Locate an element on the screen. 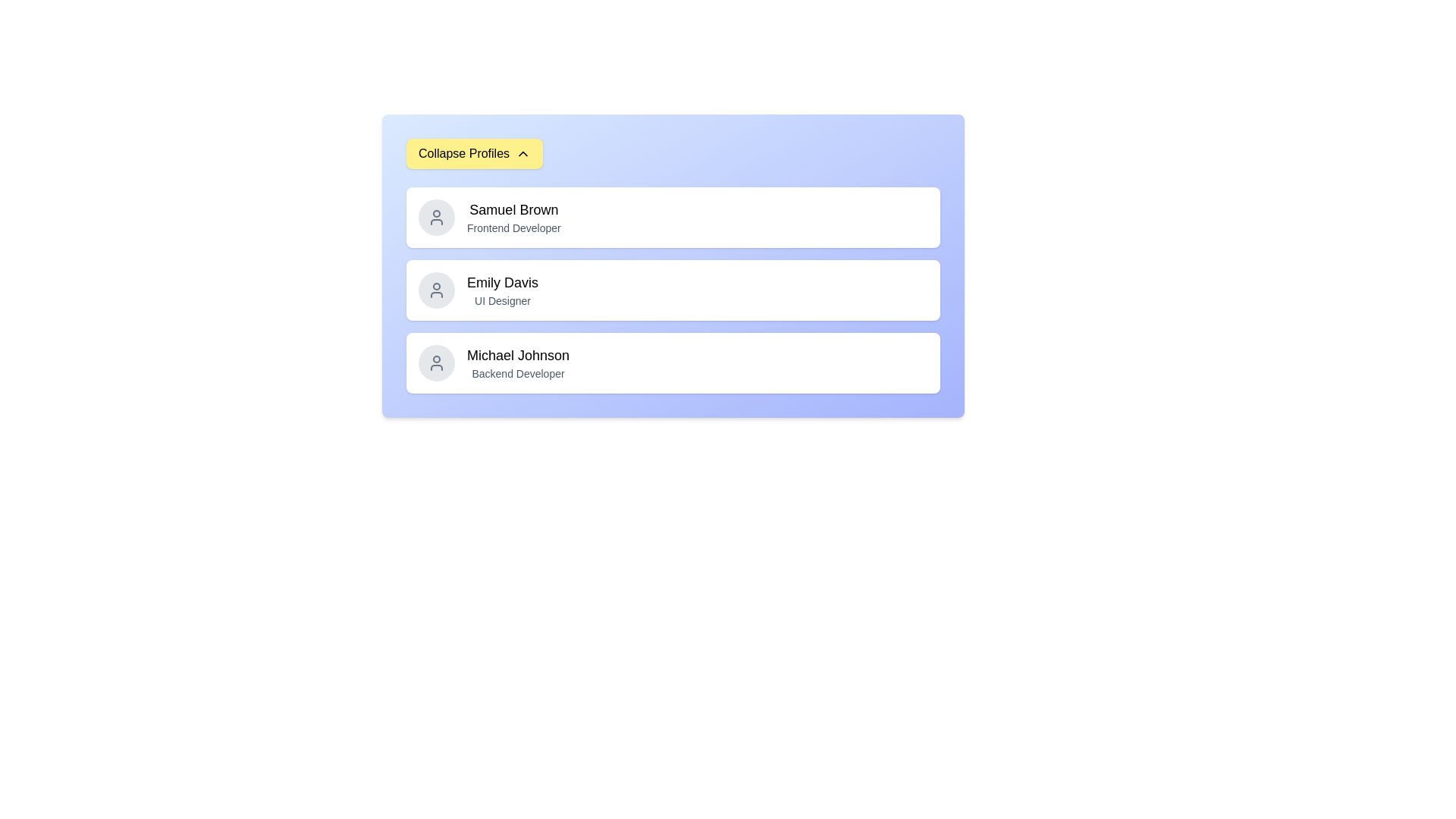  the user profile icon within the light-gray circular background, located to the left of the name 'Samuel Brown - Frontend Developer' is located at coordinates (436, 217).